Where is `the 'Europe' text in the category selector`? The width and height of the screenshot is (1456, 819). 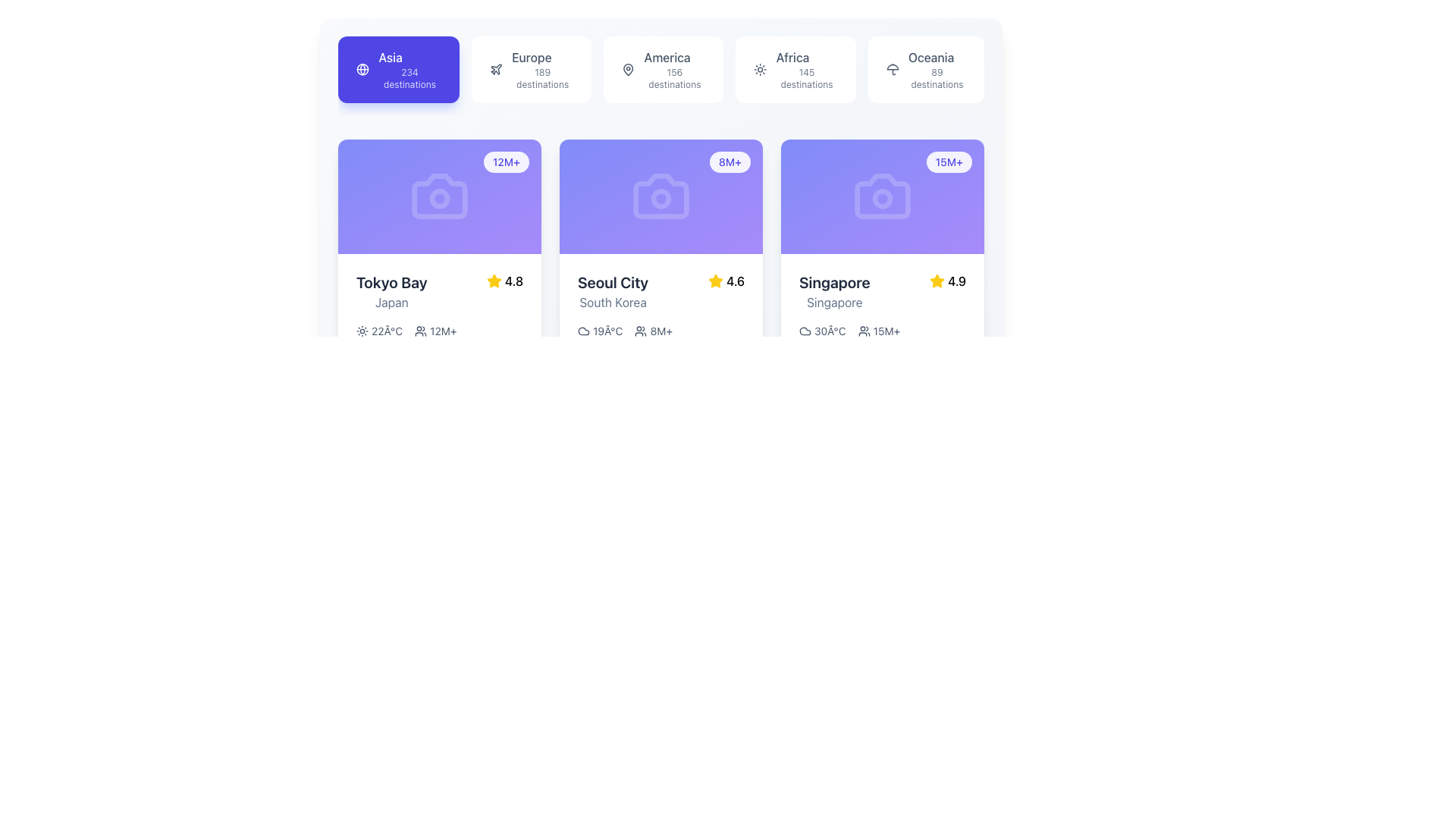 the 'Europe' text in the category selector is located at coordinates (542, 70).